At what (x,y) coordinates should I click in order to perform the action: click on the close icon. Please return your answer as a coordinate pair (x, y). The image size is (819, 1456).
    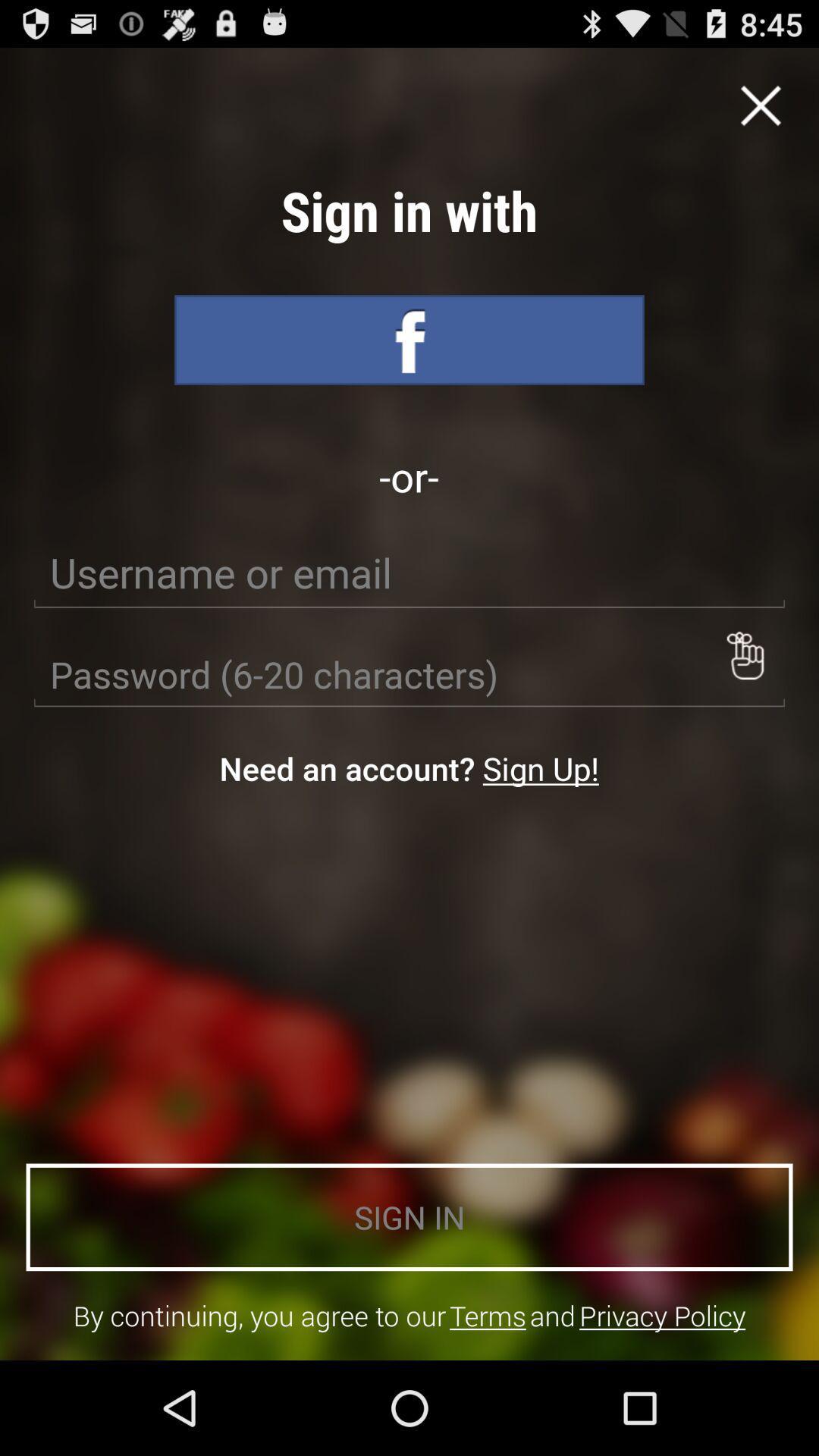
    Looking at the image, I should click on (761, 112).